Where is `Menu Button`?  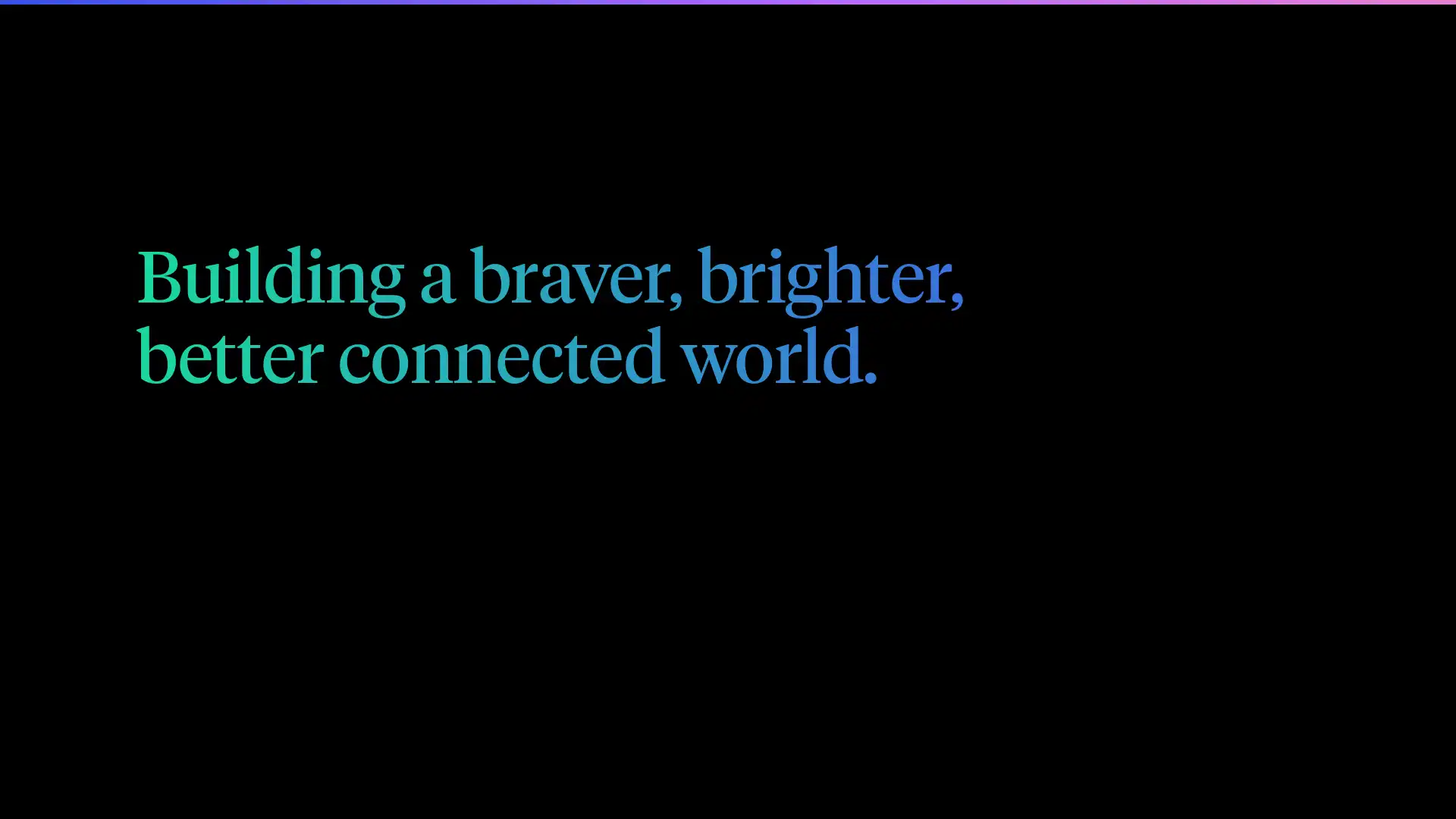 Menu Button is located at coordinates (1302, 39).